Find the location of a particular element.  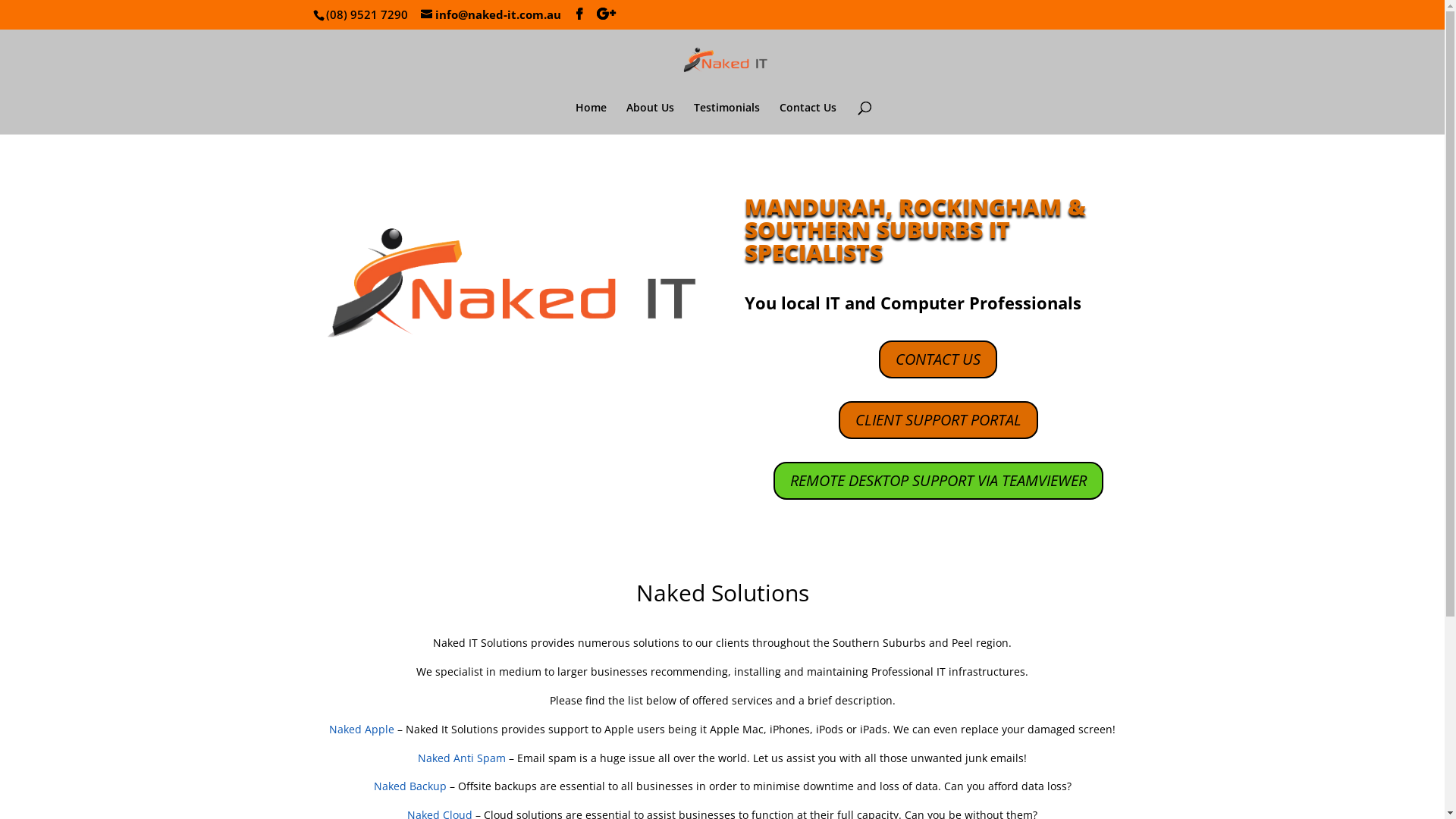

'About Us' is located at coordinates (650, 117).